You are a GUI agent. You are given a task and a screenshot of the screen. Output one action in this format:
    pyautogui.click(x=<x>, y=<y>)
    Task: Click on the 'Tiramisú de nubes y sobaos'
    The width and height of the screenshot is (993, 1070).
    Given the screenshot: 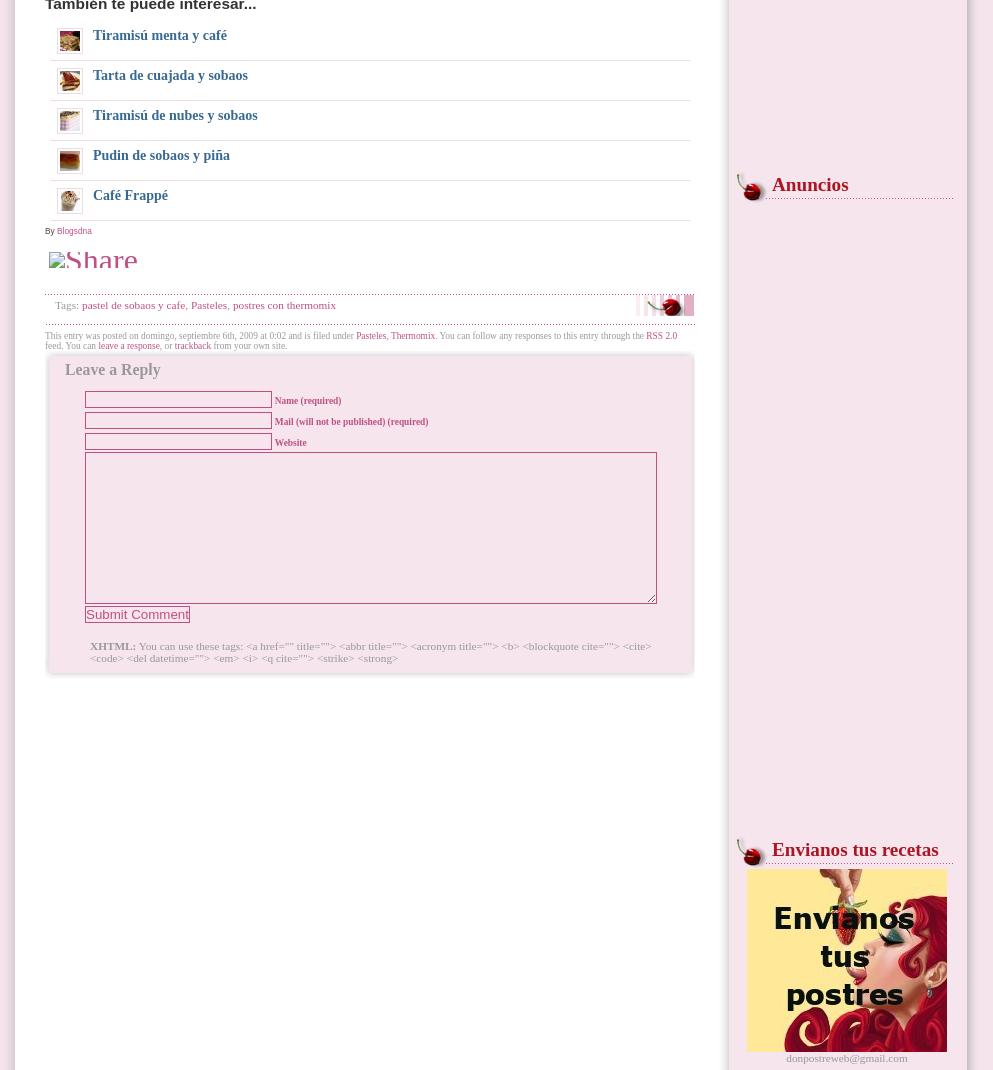 What is the action you would take?
    pyautogui.click(x=173, y=115)
    